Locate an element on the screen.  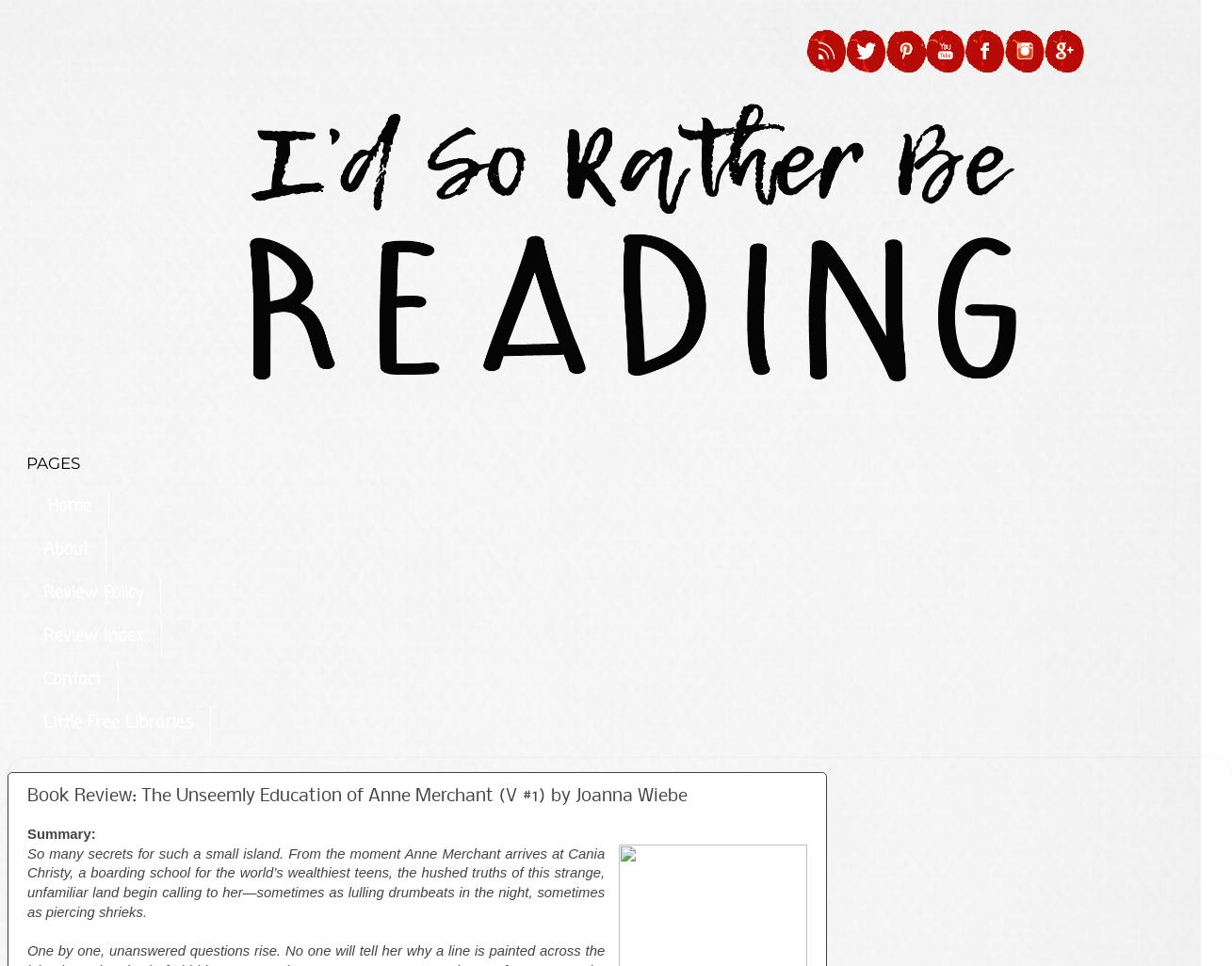
'Little Free Libraries' is located at coordinates (117, 722).